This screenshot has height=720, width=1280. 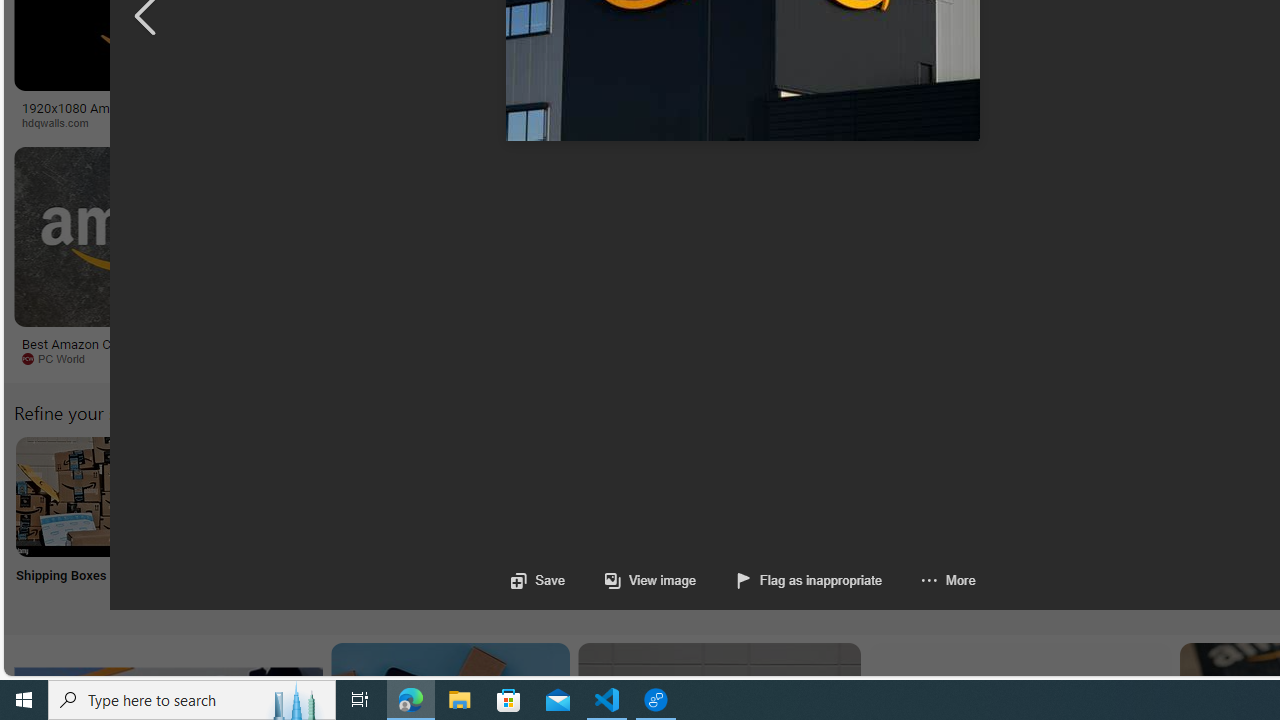 What do you see at coordinates (927, 580) in the screenshot?
I see `'More'` at bounding box center [927, 580].